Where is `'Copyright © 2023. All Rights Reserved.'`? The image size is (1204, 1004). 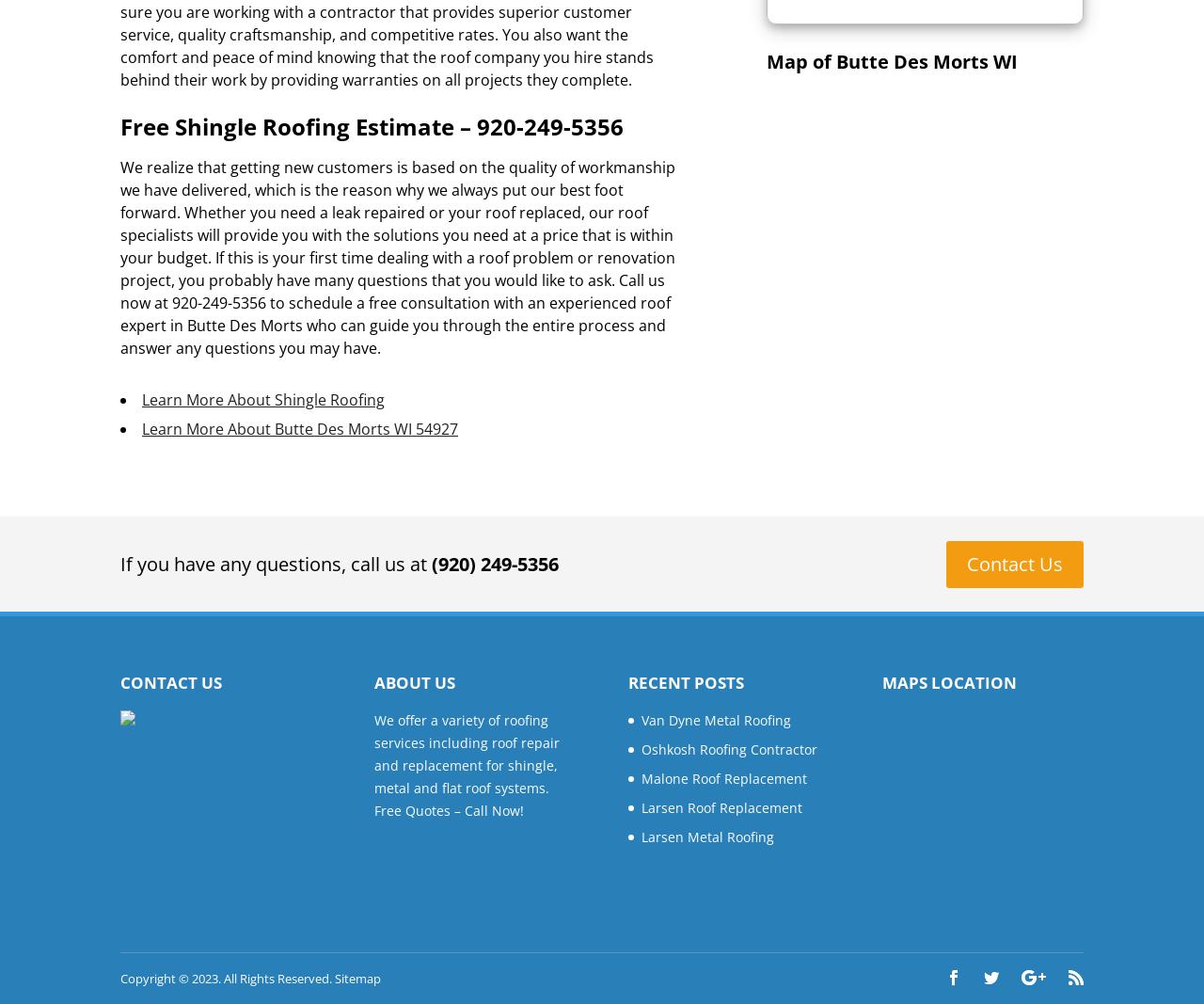
'Copyright © 2023. All Rights Reserved.' is located at coordinates (227, 978).